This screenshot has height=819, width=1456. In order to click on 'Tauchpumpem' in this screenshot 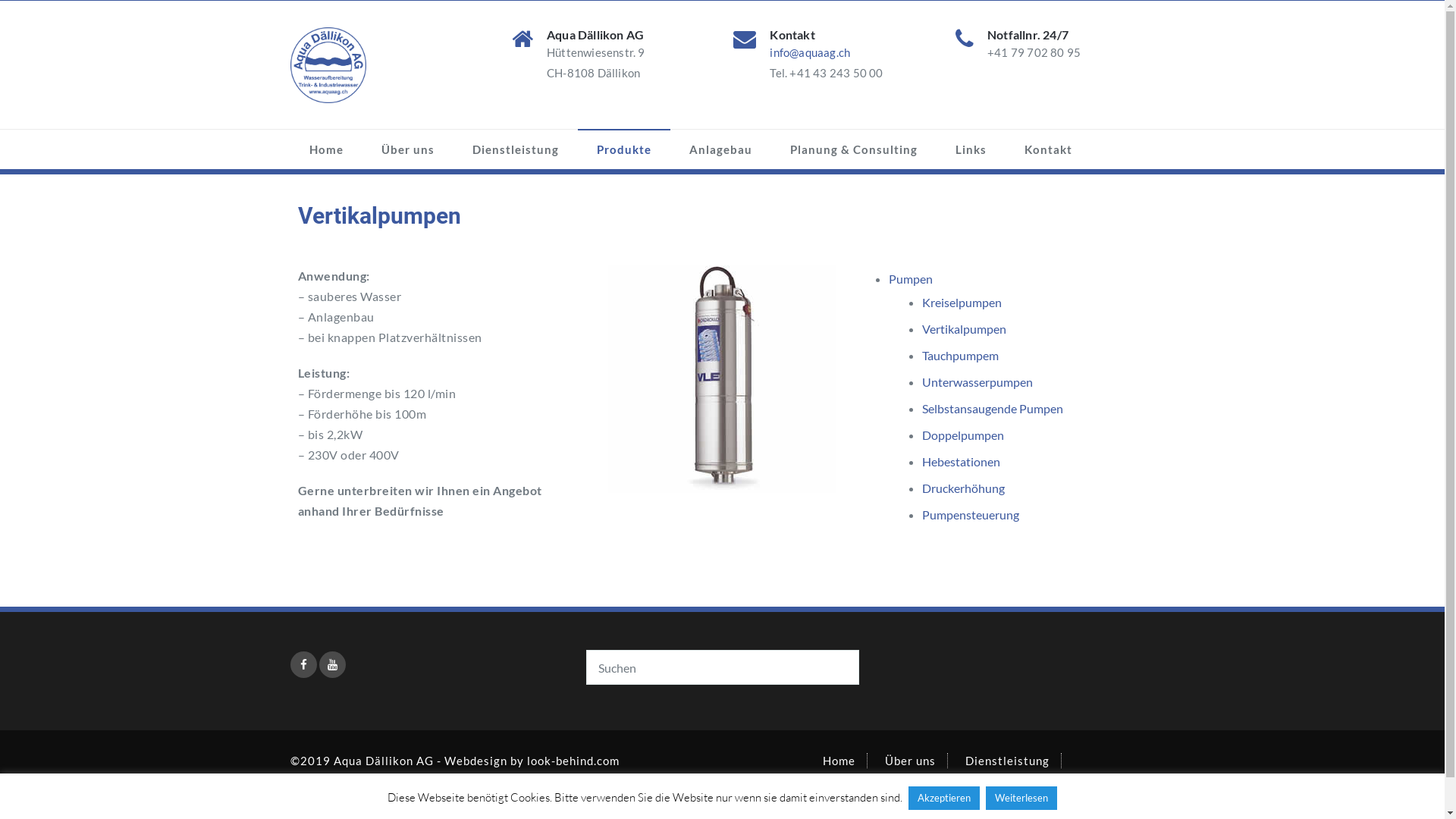, I will do `click(959, 355)`.